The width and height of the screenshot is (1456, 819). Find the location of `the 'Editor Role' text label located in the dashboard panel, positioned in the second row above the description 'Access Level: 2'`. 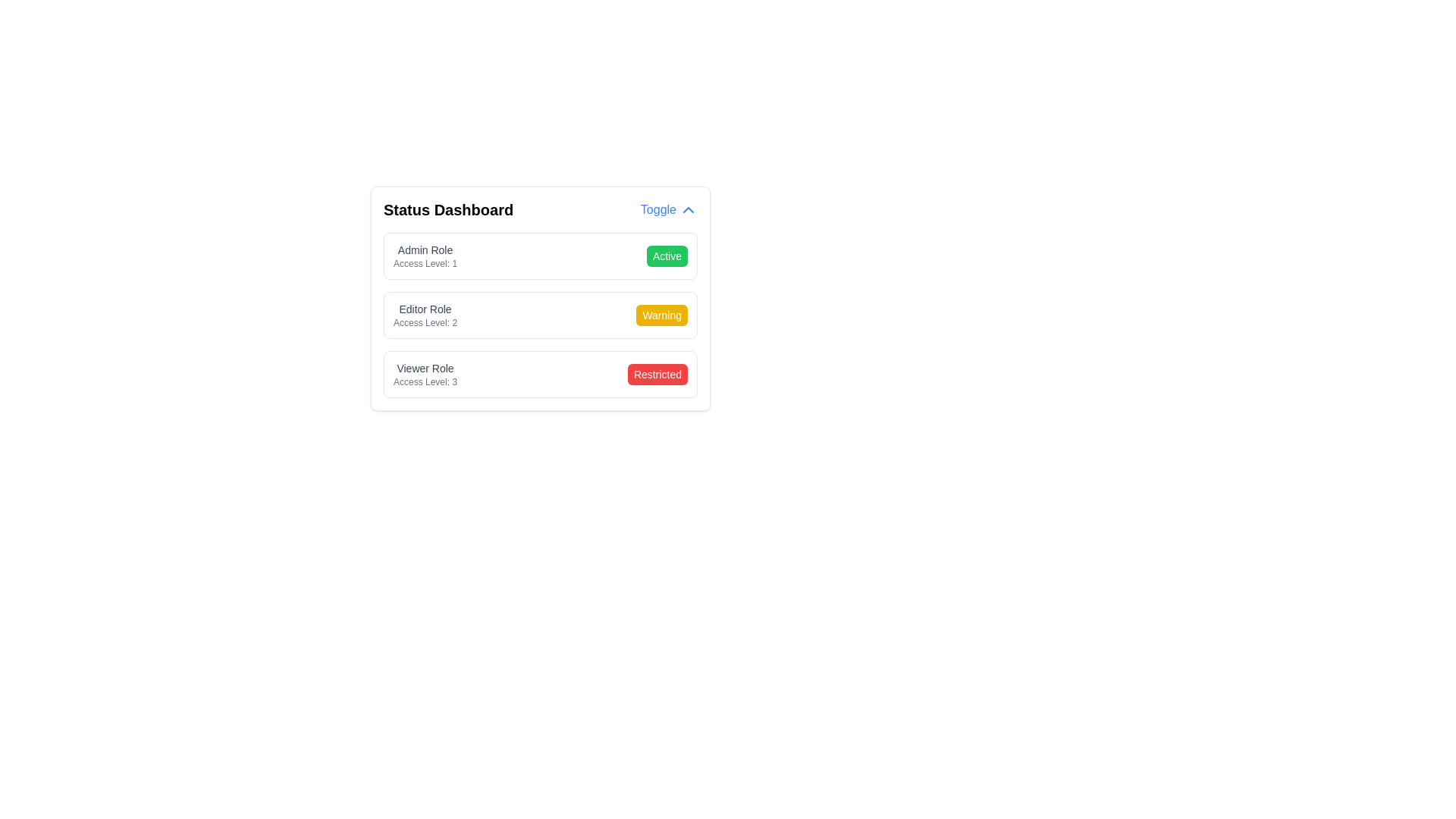

the 'Editor Role' text label located in the dashboard panel, positioned in the second row above the description 'Access Level: 2' is located at coordinates (425, 309).